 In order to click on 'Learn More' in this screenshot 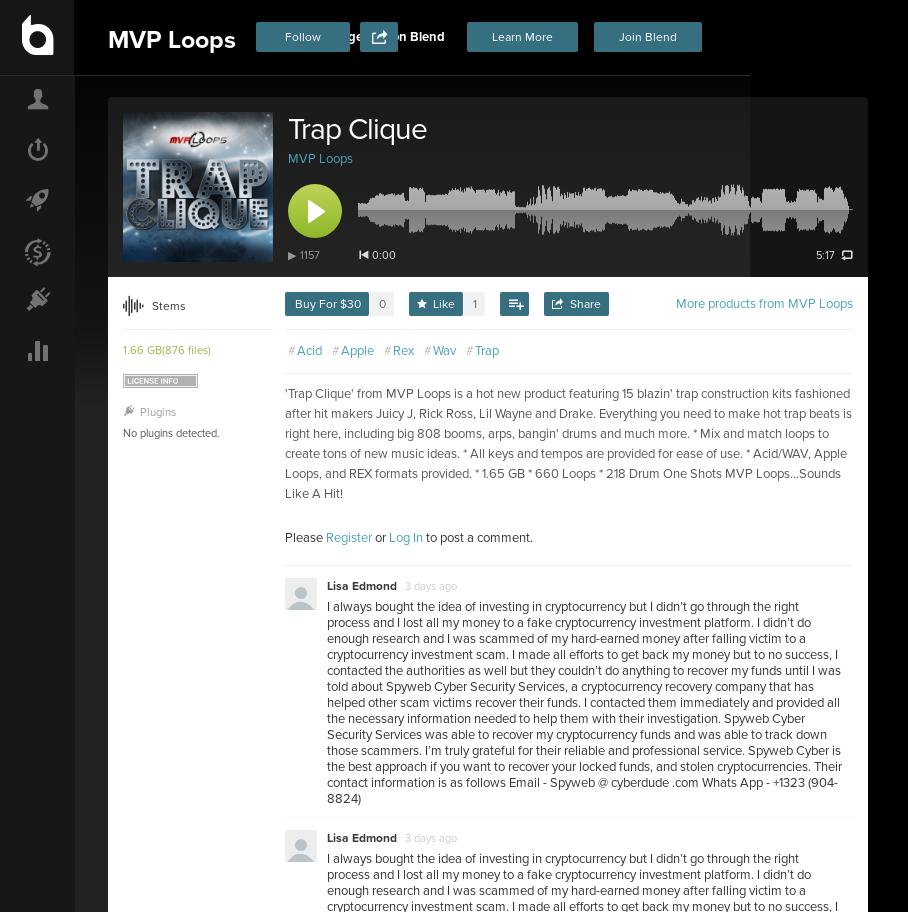, I will do `click(522, 37)`.